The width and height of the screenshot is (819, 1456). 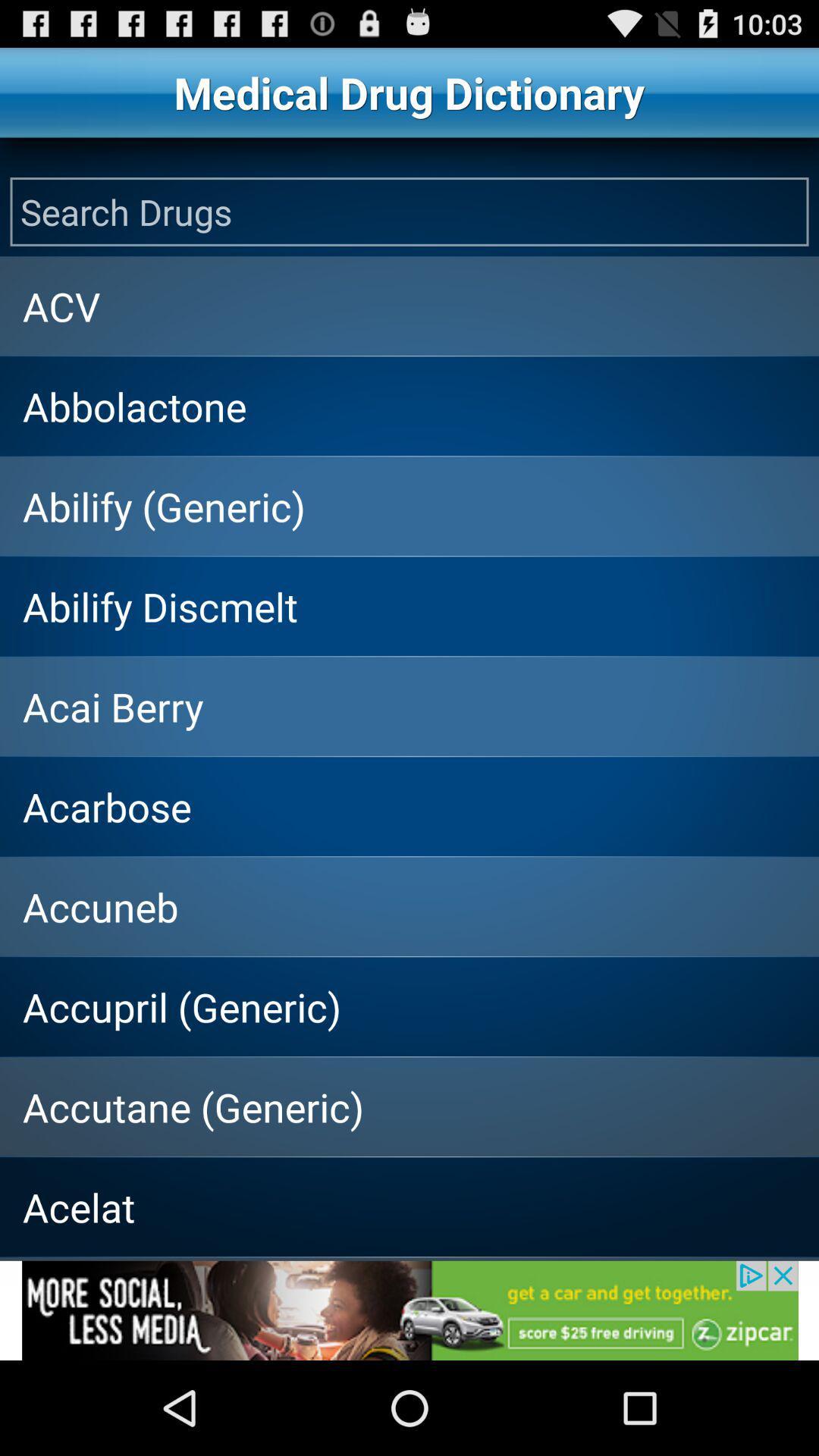 I want to click on more information about an advertisement, so click(x=409, y=1310).